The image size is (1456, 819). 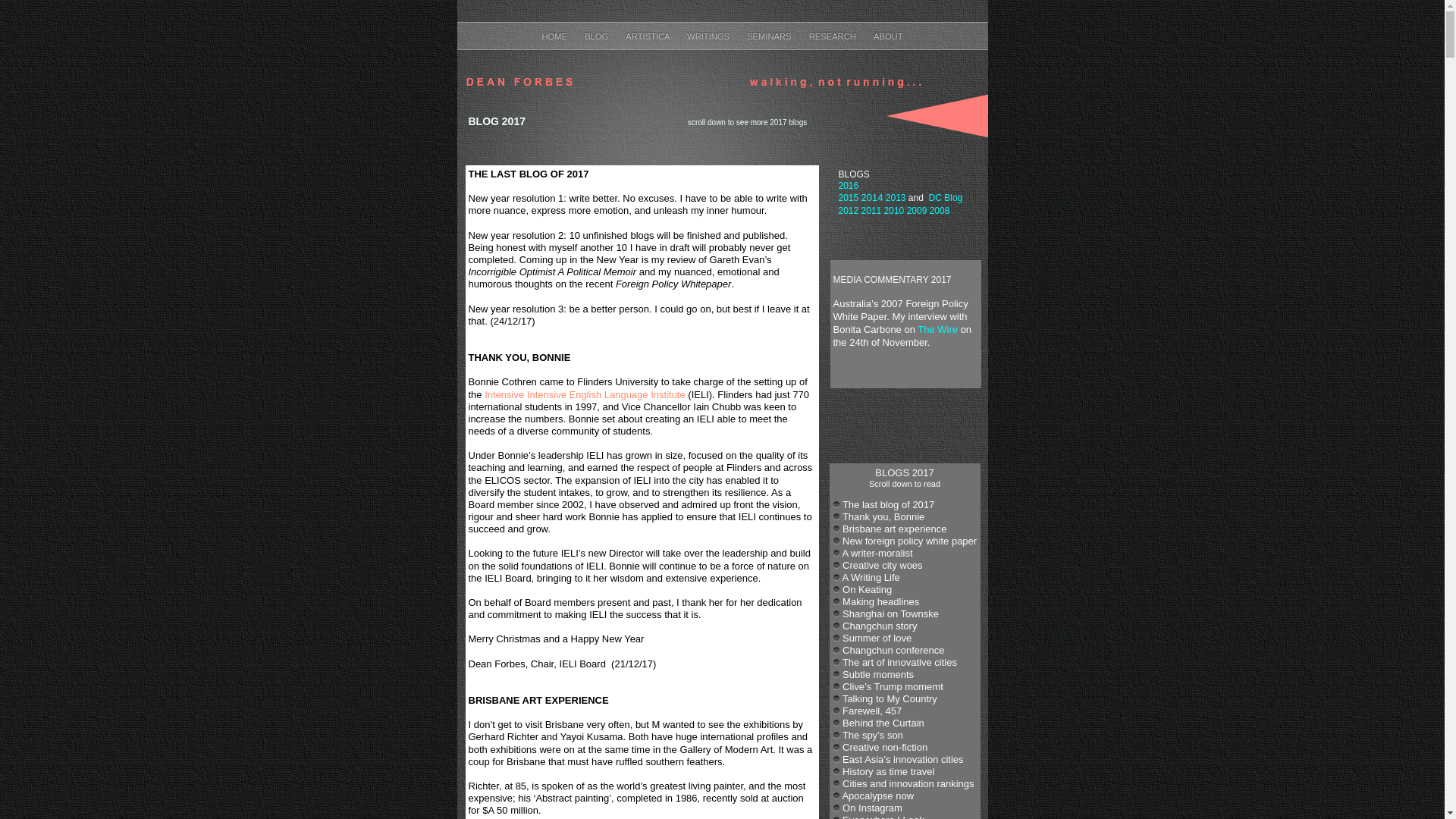 I want to click on 'ARTISTICA', so click(x=626, y=35).